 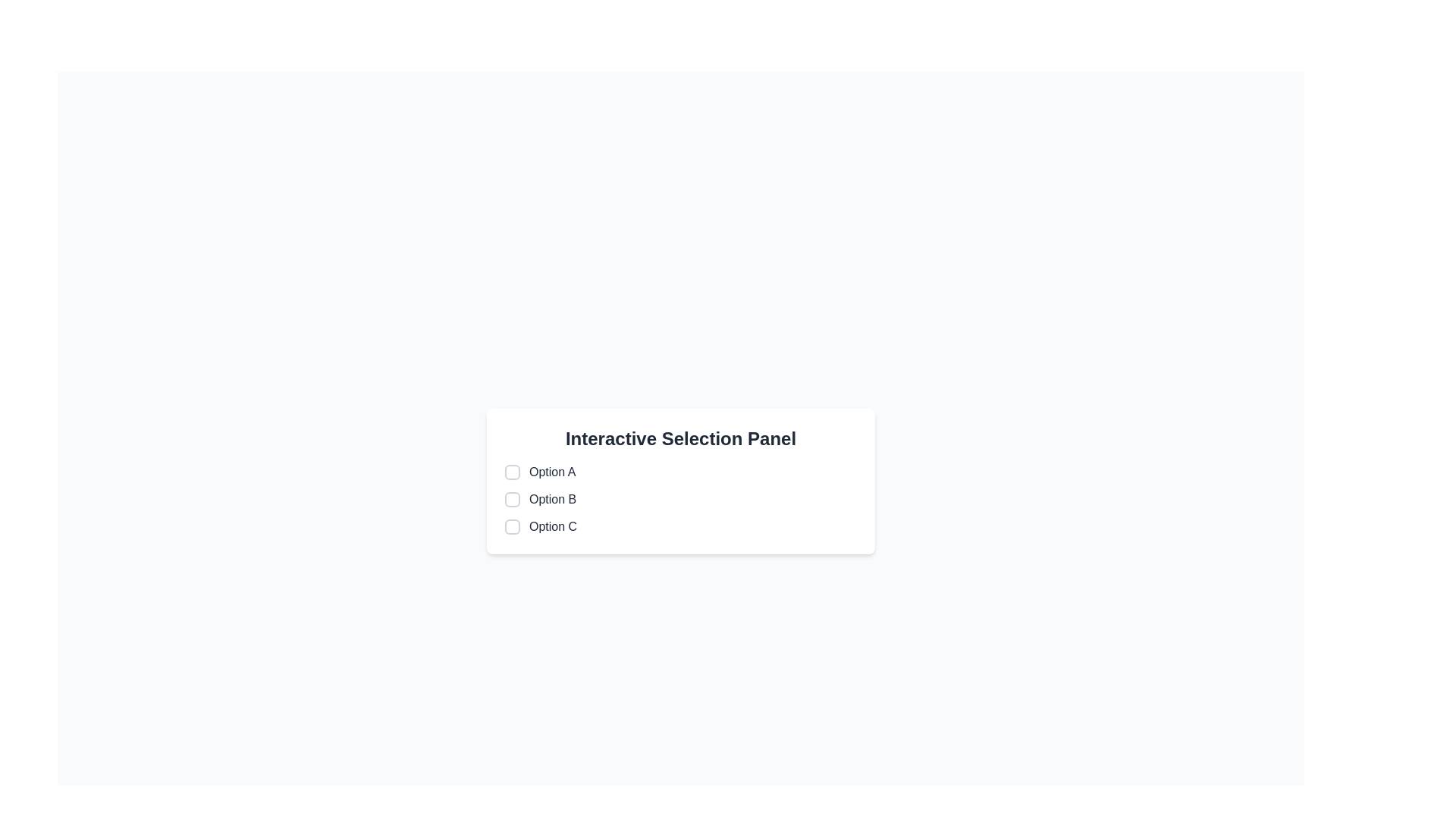 What do you see at coordinates (552, 500) in the screenshot?
I see `text of the label displaying 'Option B', which is styled in a medium gray color and positioned to the right of an unchecked checkbox in the second row of the Interactive Selection Panel` at bounding box center [552, 500].